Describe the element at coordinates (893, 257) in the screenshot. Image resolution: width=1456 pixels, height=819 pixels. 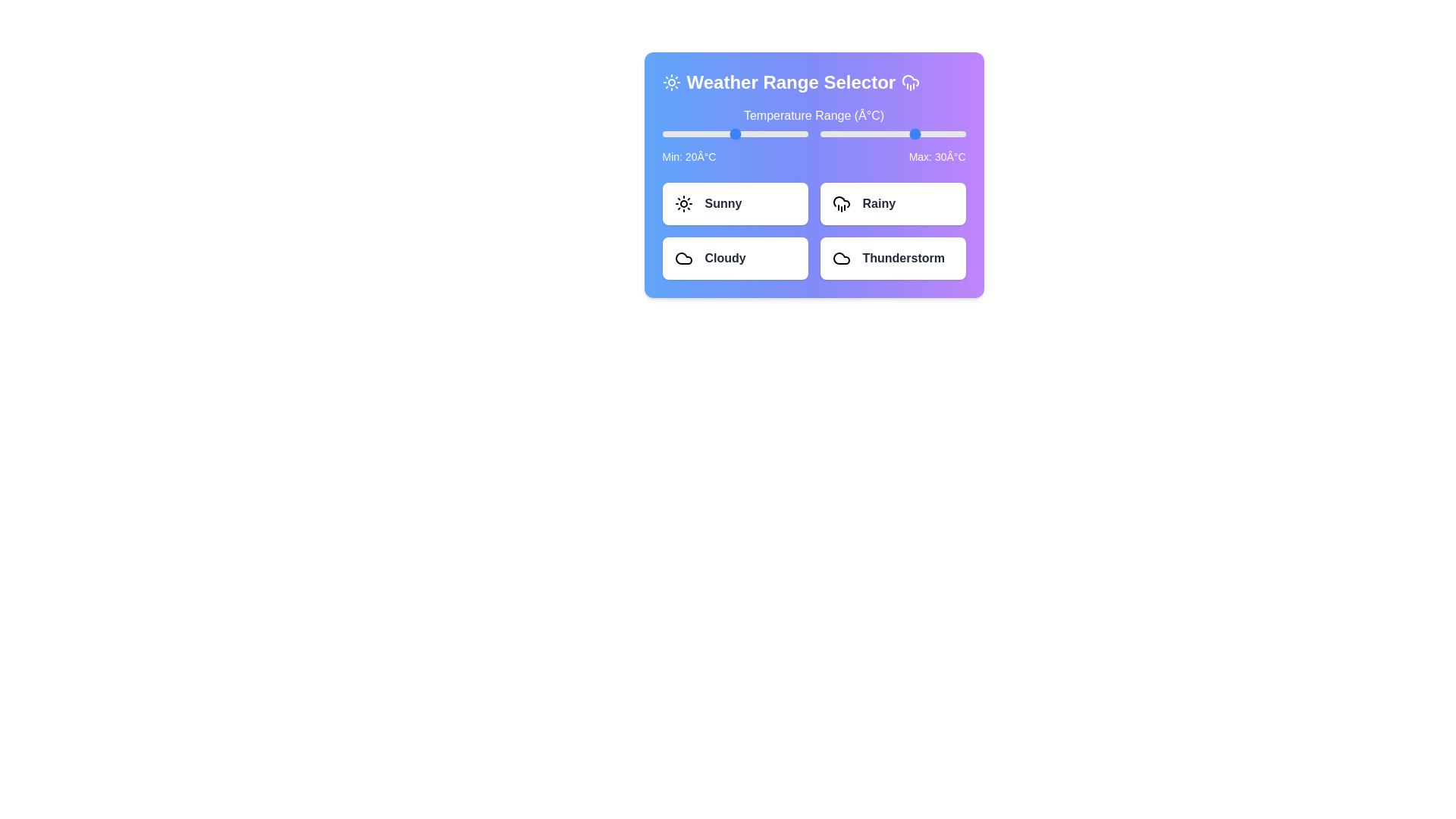
I see `the 'Thunderstorm' button to select it` at that location.